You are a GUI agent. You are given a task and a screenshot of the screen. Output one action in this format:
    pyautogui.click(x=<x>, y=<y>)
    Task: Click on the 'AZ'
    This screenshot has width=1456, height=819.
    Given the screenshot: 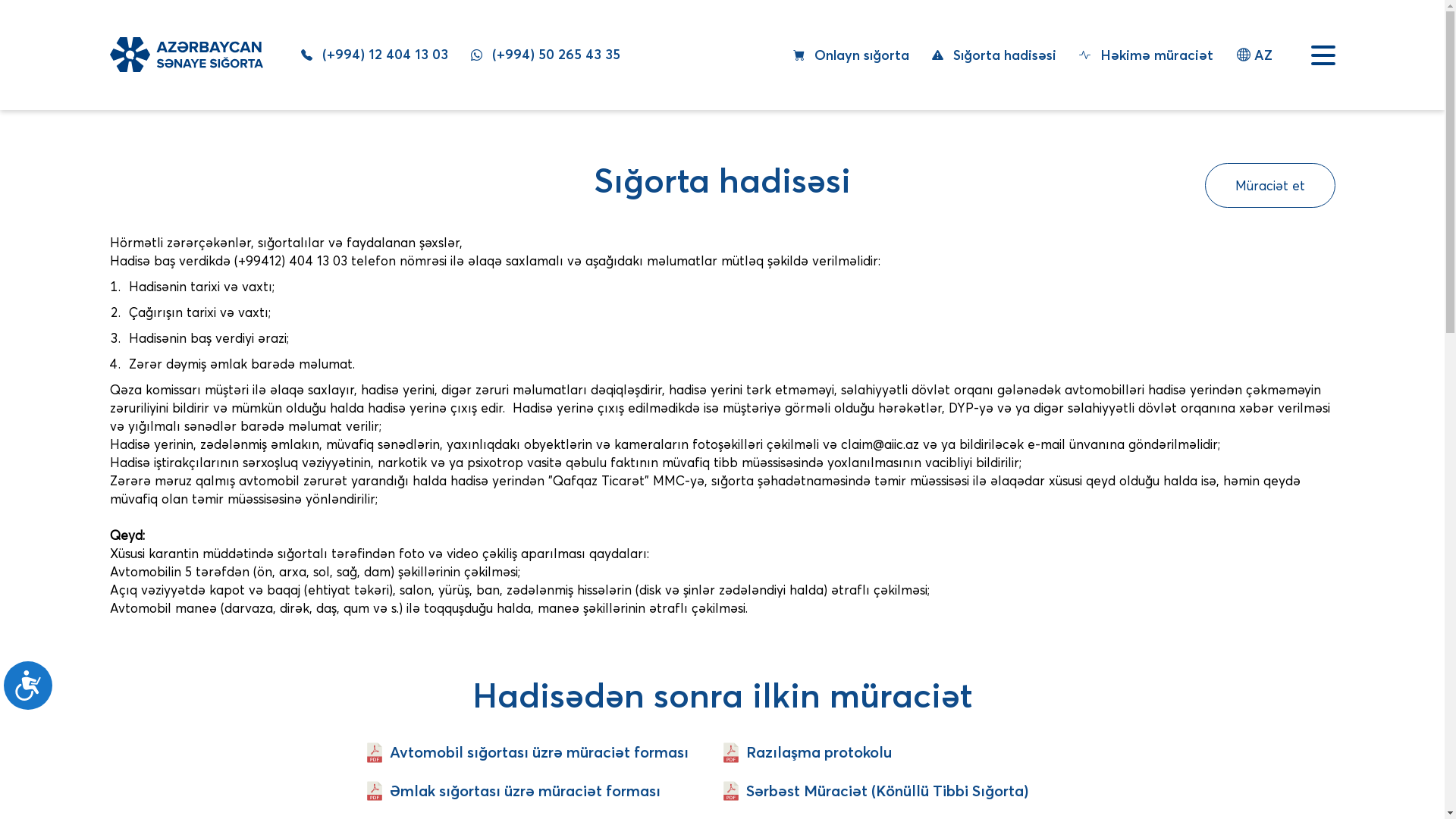 What is the action you would take?
    pyautogui.click(x=1254, y=54)
    